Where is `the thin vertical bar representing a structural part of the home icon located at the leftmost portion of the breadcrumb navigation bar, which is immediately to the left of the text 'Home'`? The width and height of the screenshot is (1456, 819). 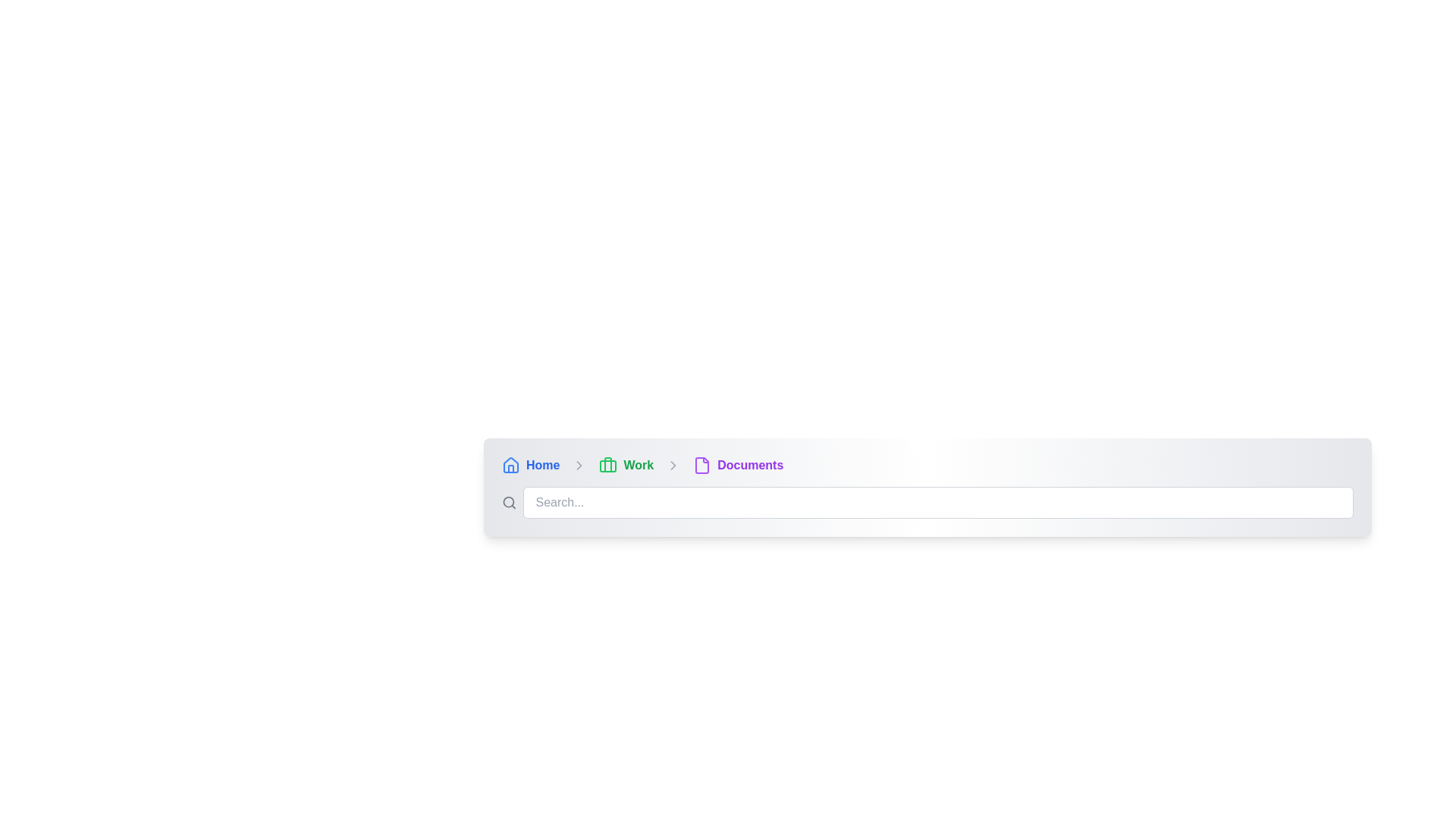 the thin vertical bar representing a structural part of the home icon located at the leftmost portion of the breadcrumb navigation bar, which is immediately to the left of the text 'Home' is located at coordinates (510, 468).